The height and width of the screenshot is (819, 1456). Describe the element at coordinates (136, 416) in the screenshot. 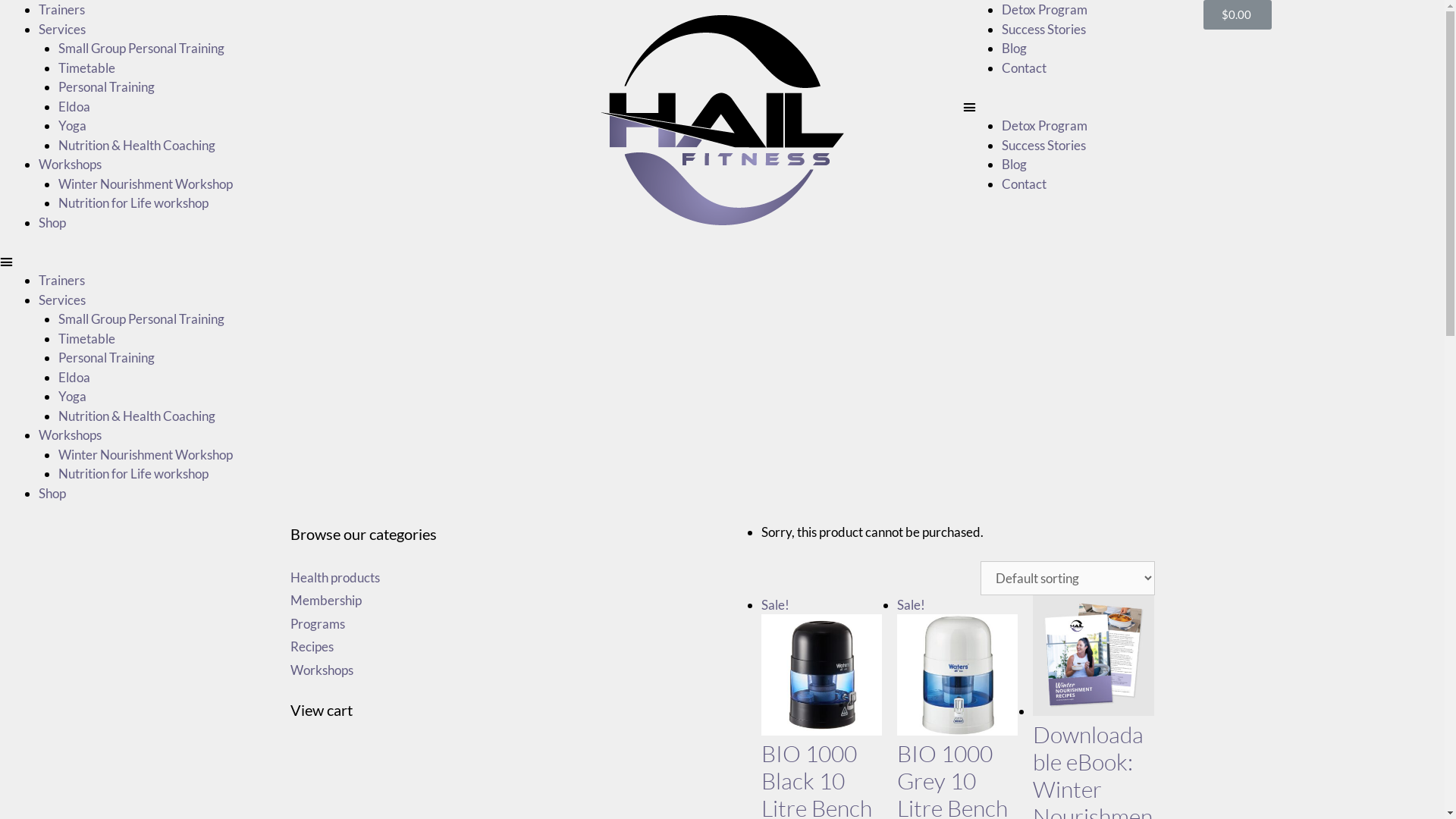

I see `'Nutrition & Health Coaching'` at that location.